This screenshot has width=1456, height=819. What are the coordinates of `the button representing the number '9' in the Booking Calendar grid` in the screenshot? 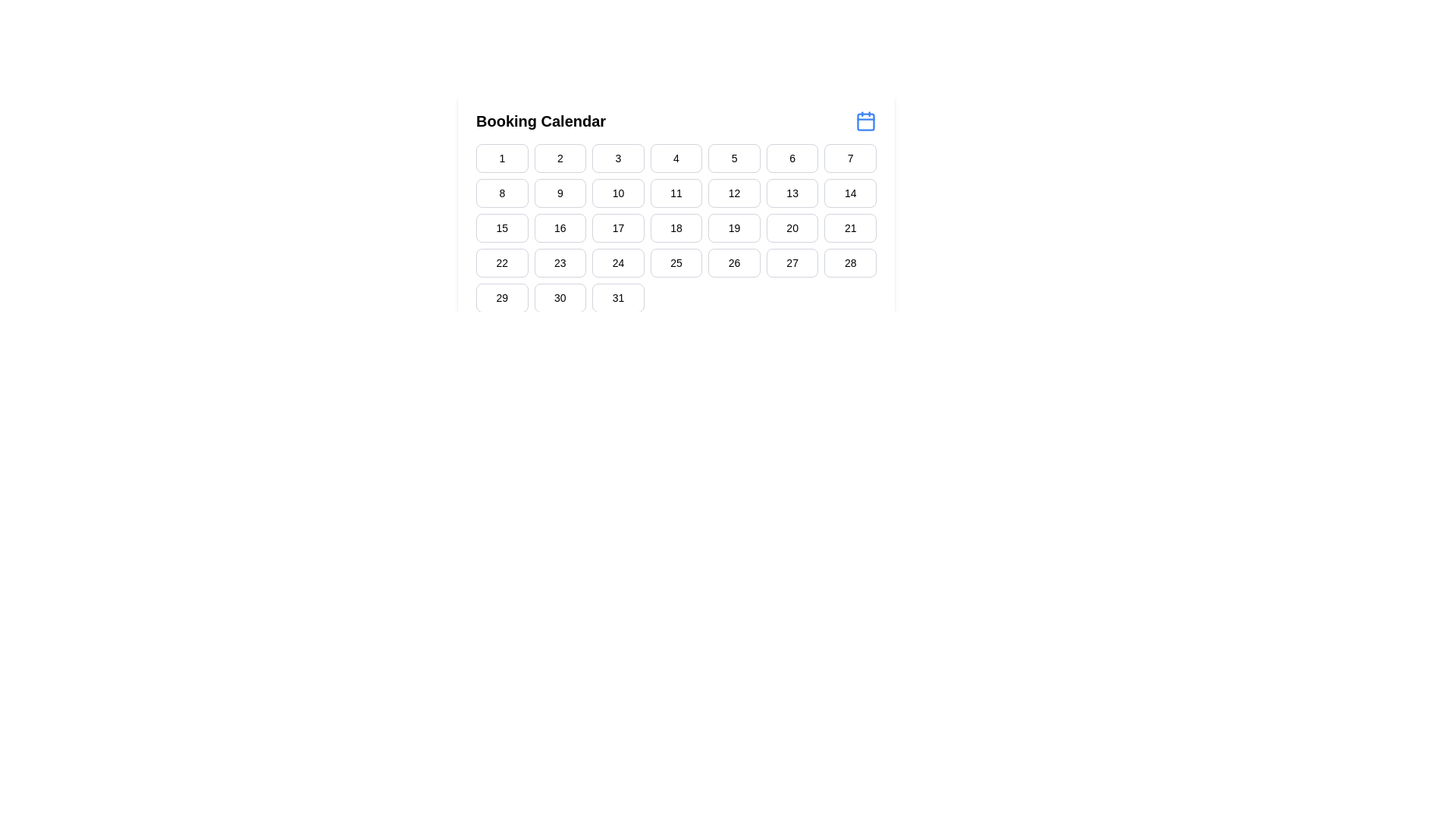 It's located at (559, 192).